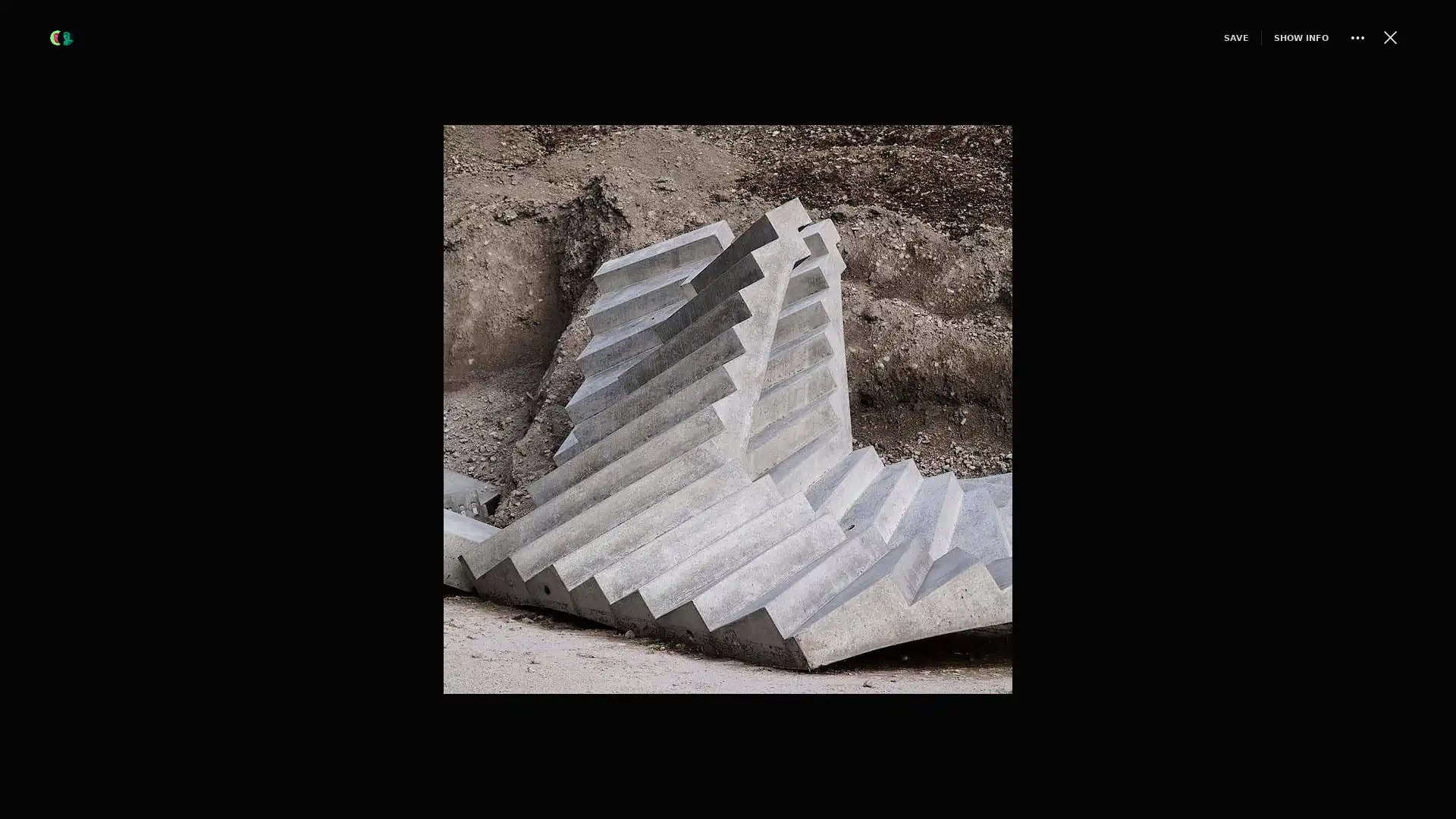 Image resolution: width=1456 pixels, height=819 pixels. I want to click on SHOW INFO, so click(1274, 36).